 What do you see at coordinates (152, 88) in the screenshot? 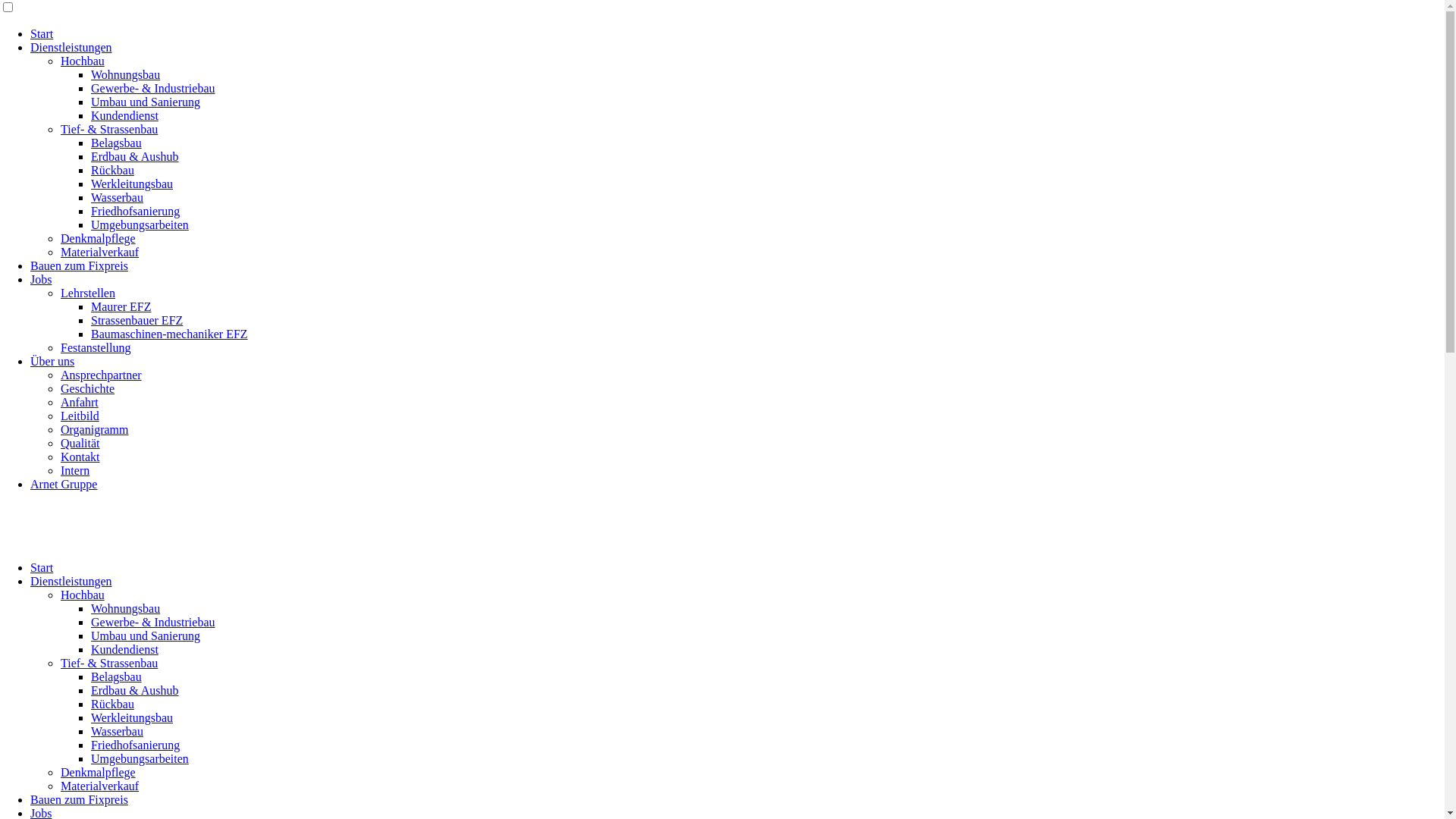
I see `'Gewerbe- & Industriebau'` at bounding box center [152, 88].